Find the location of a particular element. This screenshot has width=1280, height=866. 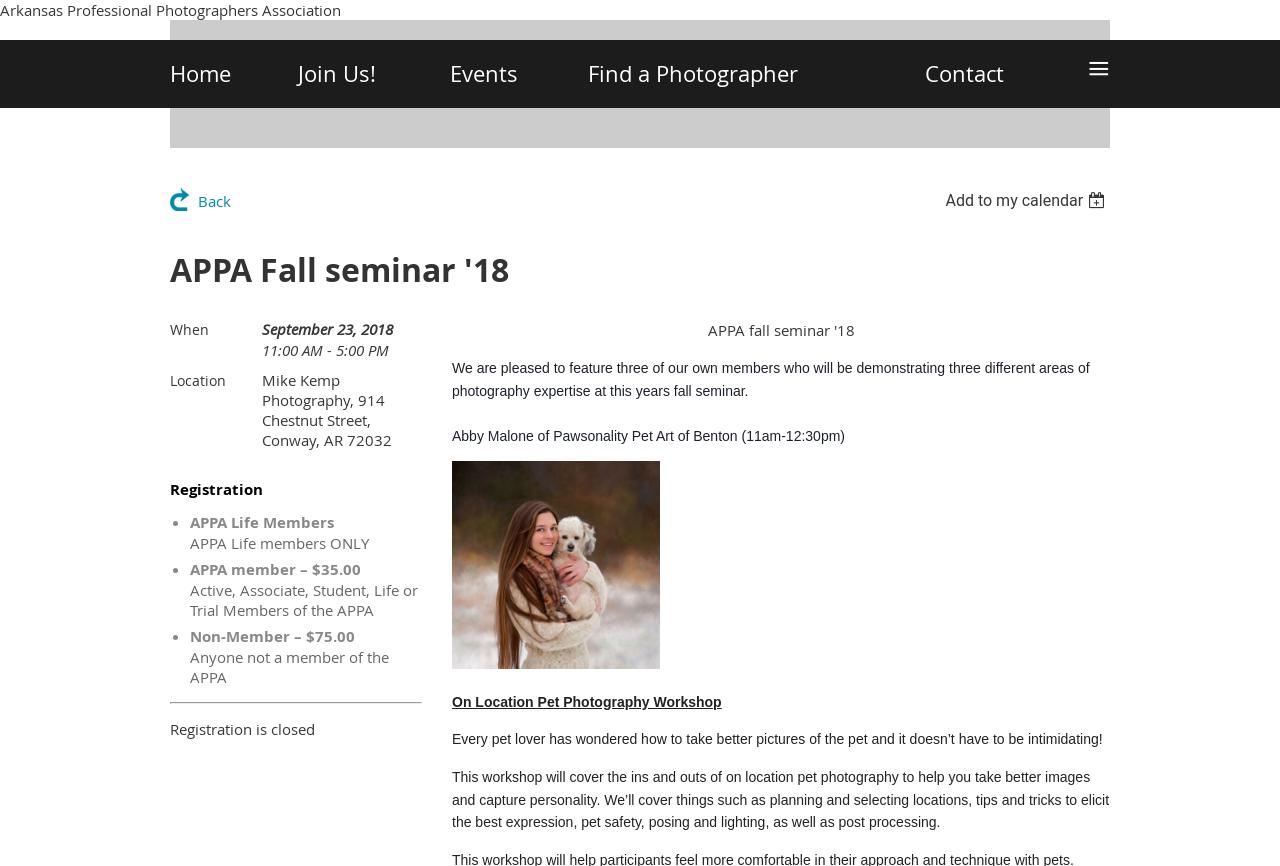

'Every pet lover has wondered how to take better pictures of the pet and it doesn’t have to be intimidating!' is located at coordinates (450, 737).